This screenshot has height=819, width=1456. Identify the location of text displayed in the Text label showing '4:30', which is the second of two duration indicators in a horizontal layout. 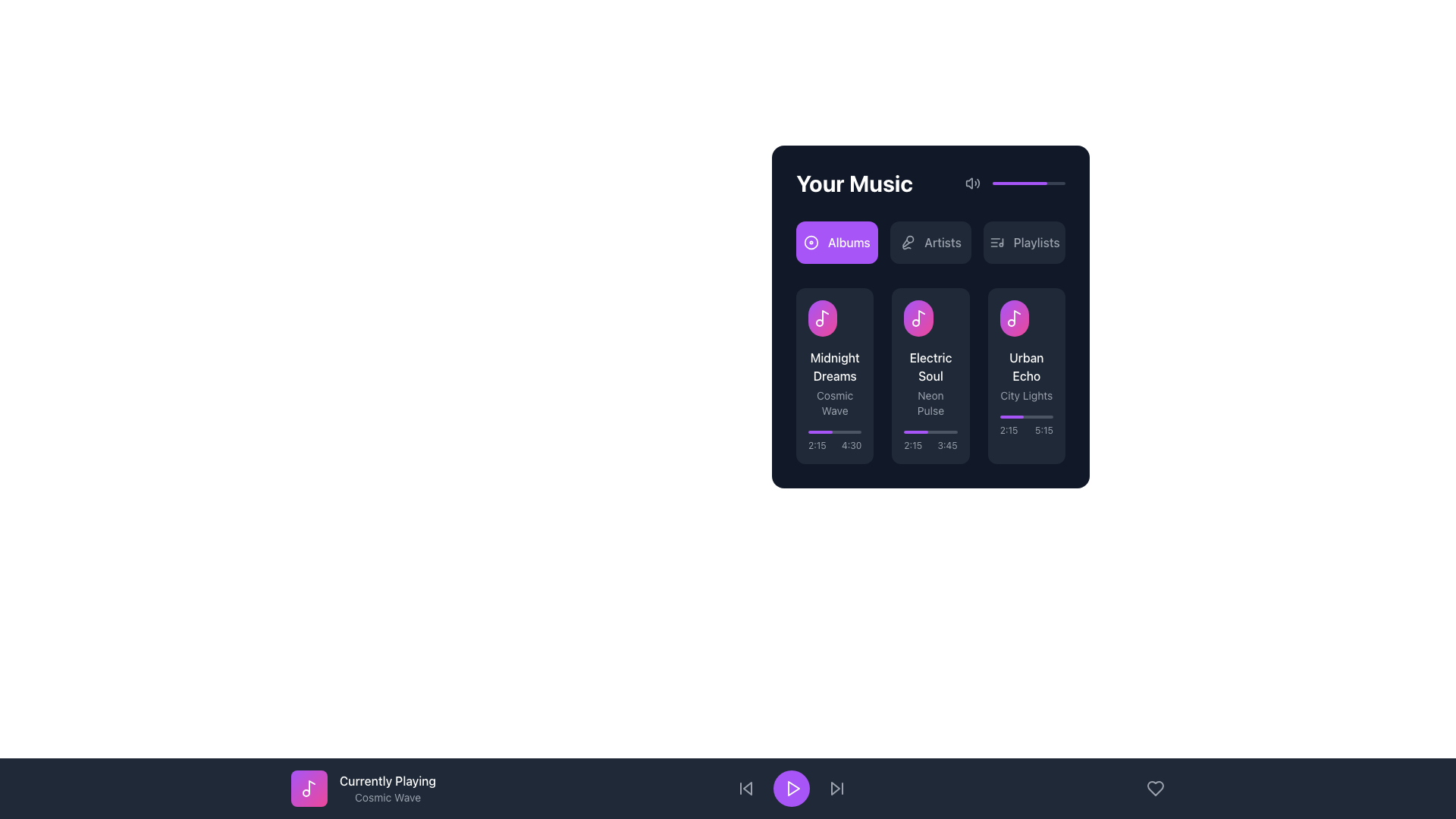
(852, 444).